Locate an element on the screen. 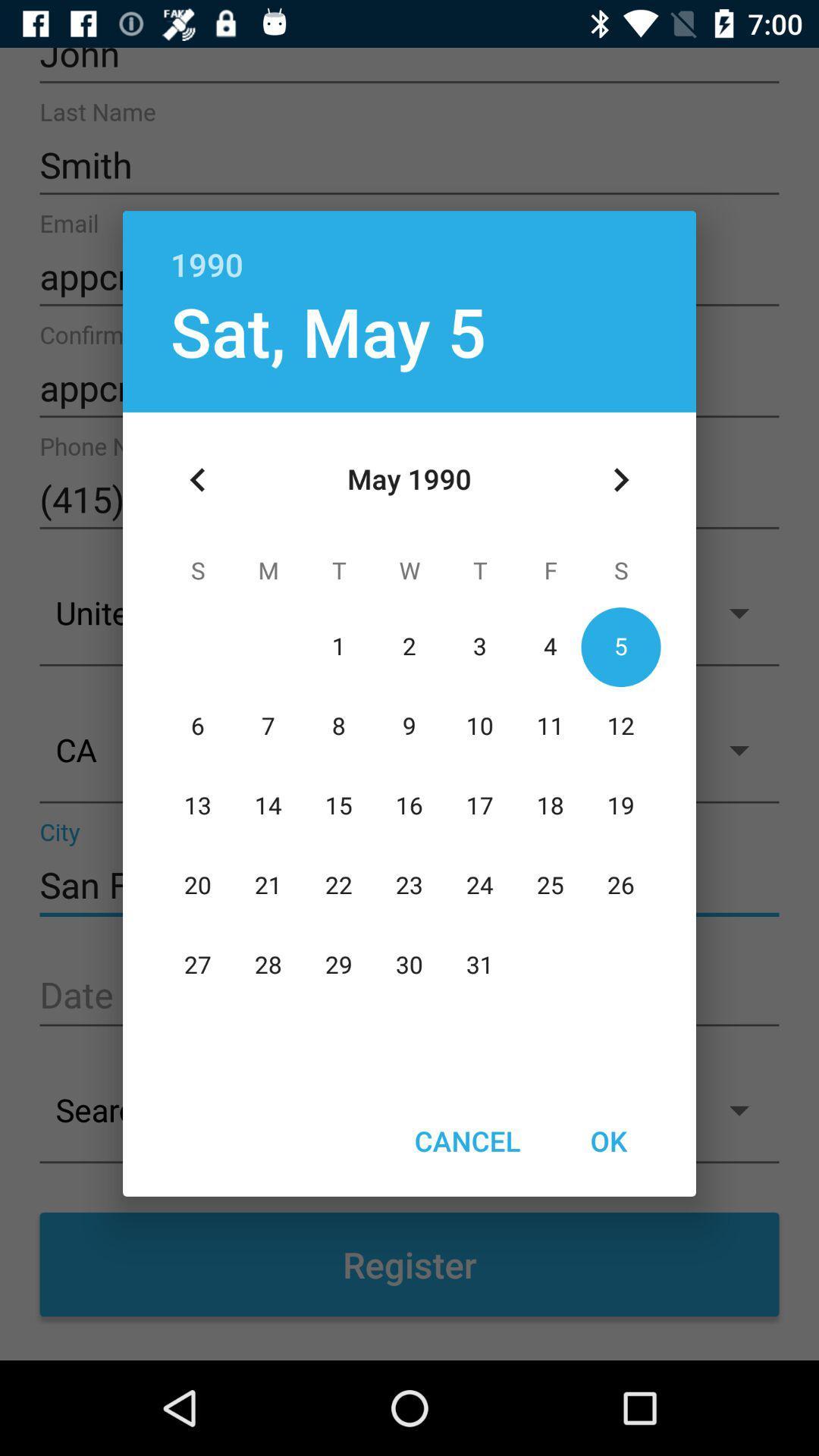  item to the right of the cancel icon is located at coordinates (607, 1141).